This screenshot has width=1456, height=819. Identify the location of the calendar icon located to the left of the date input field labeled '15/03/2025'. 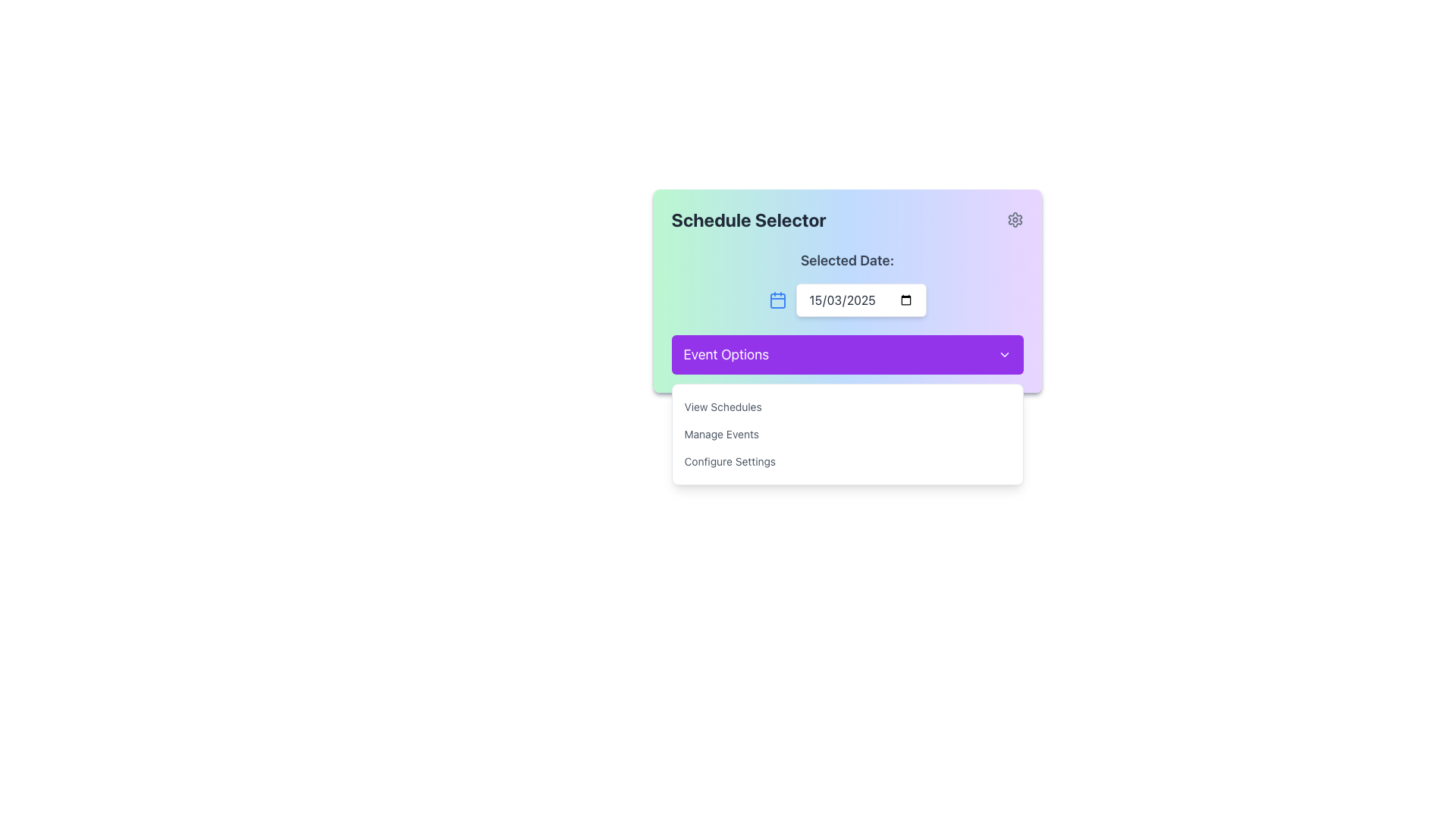
(777, 300).